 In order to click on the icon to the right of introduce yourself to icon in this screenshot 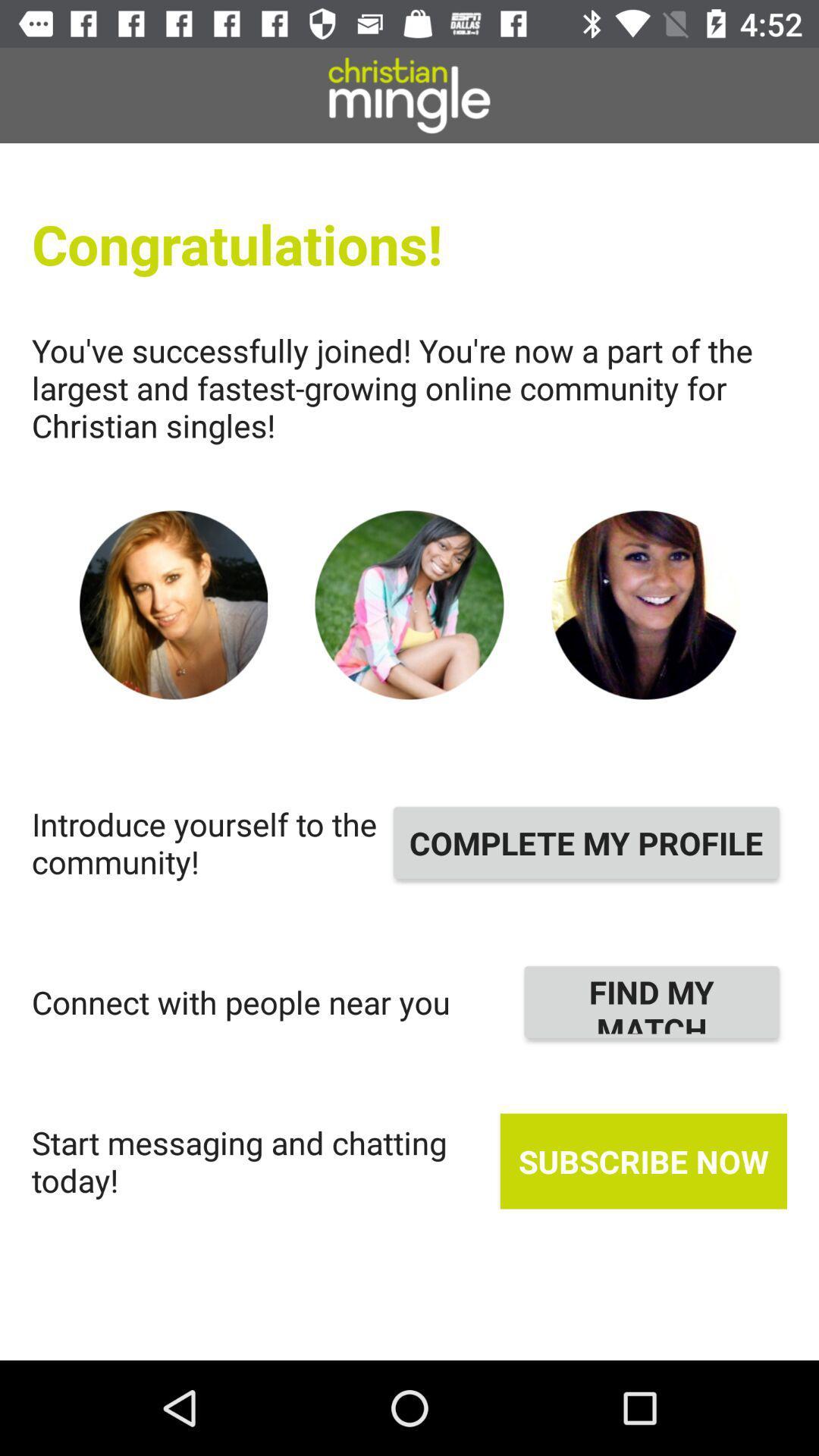, I will do `click(585, 842)`.